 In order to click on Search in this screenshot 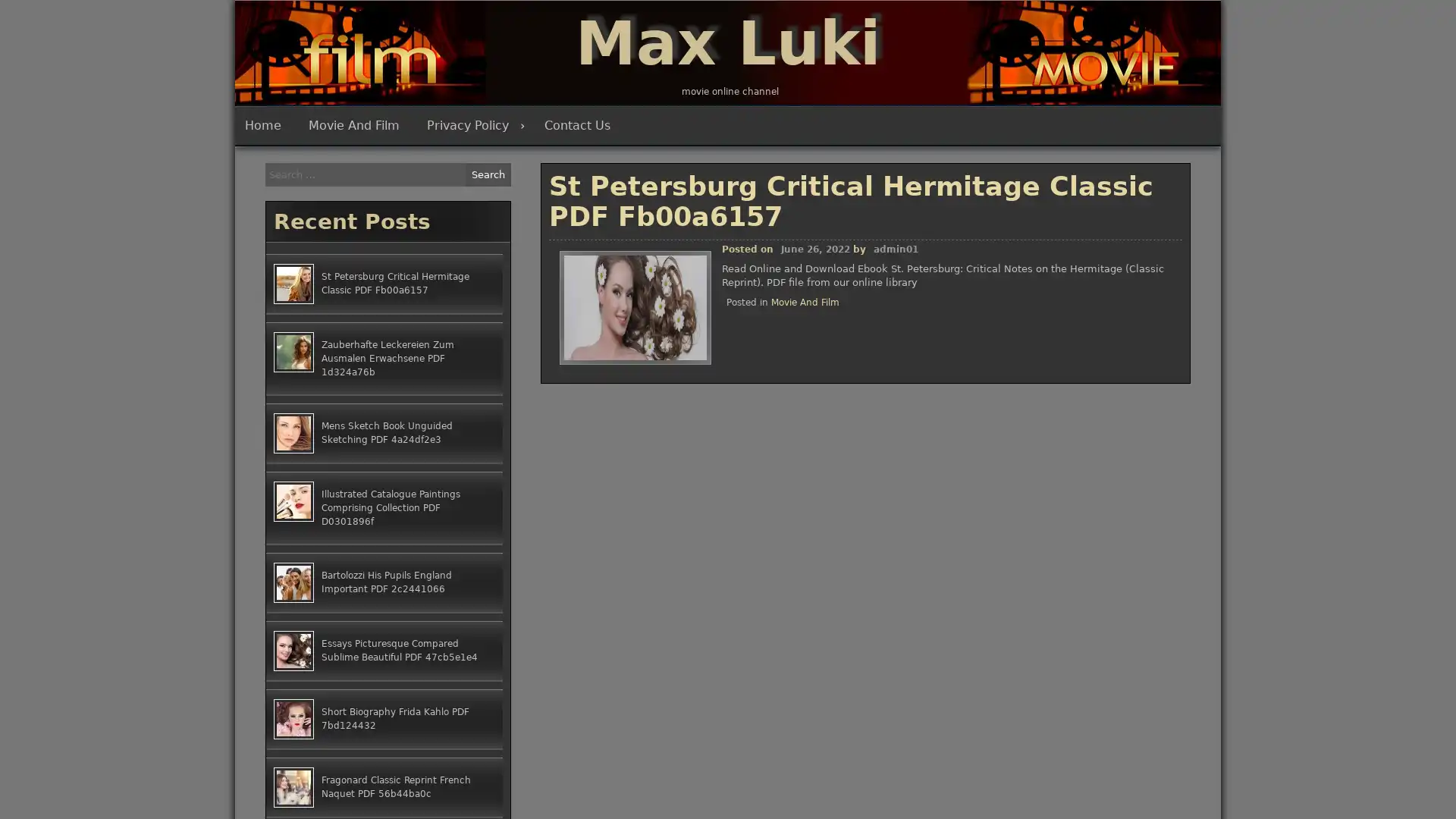, I will do `click(488, 174)`.